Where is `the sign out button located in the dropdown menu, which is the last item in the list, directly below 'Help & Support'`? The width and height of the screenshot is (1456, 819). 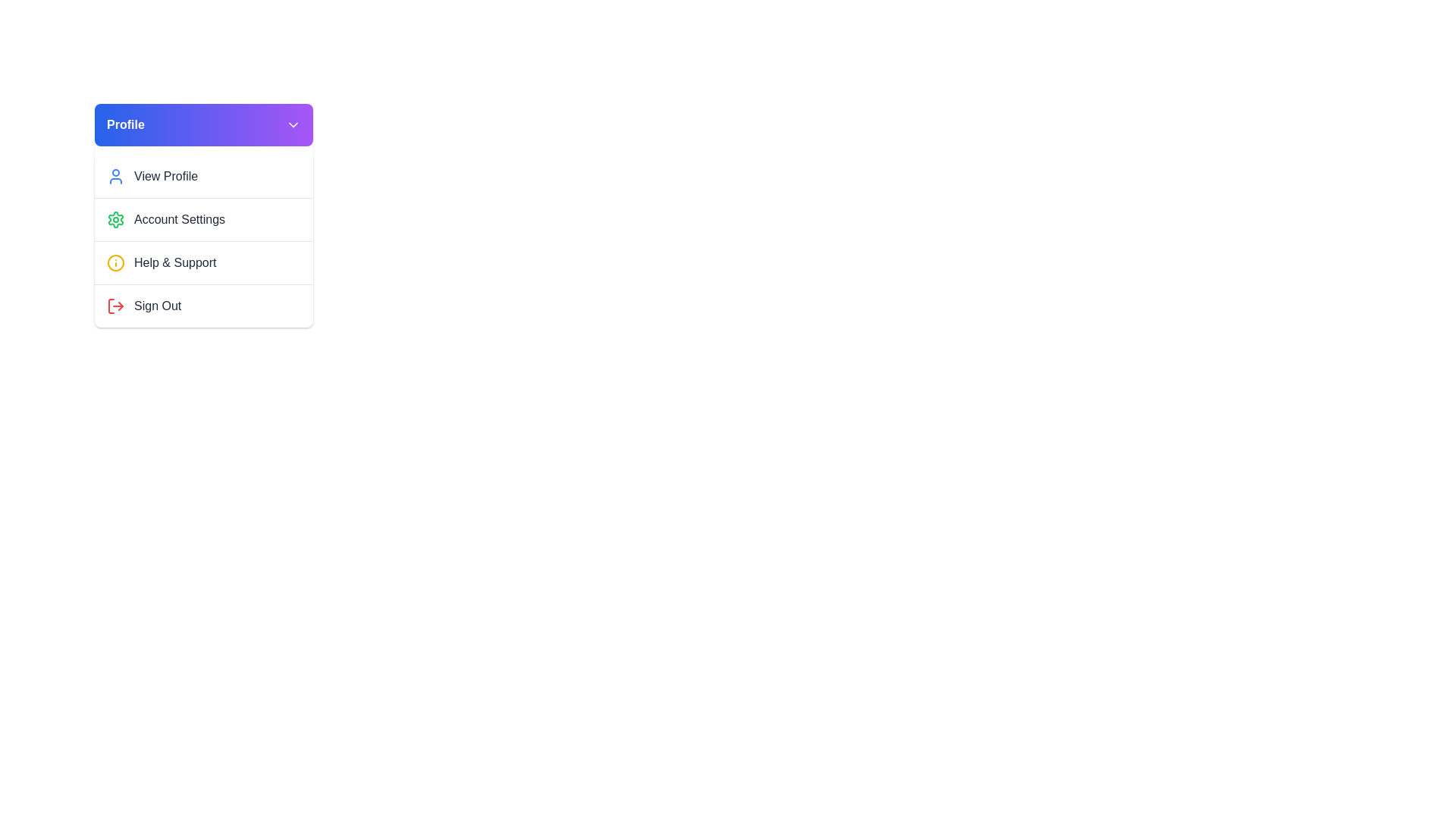 the sign out button located in the dropdown menu, which is the last item in the list, directly below 'Help & Support' is located at coordinates (202, 306).